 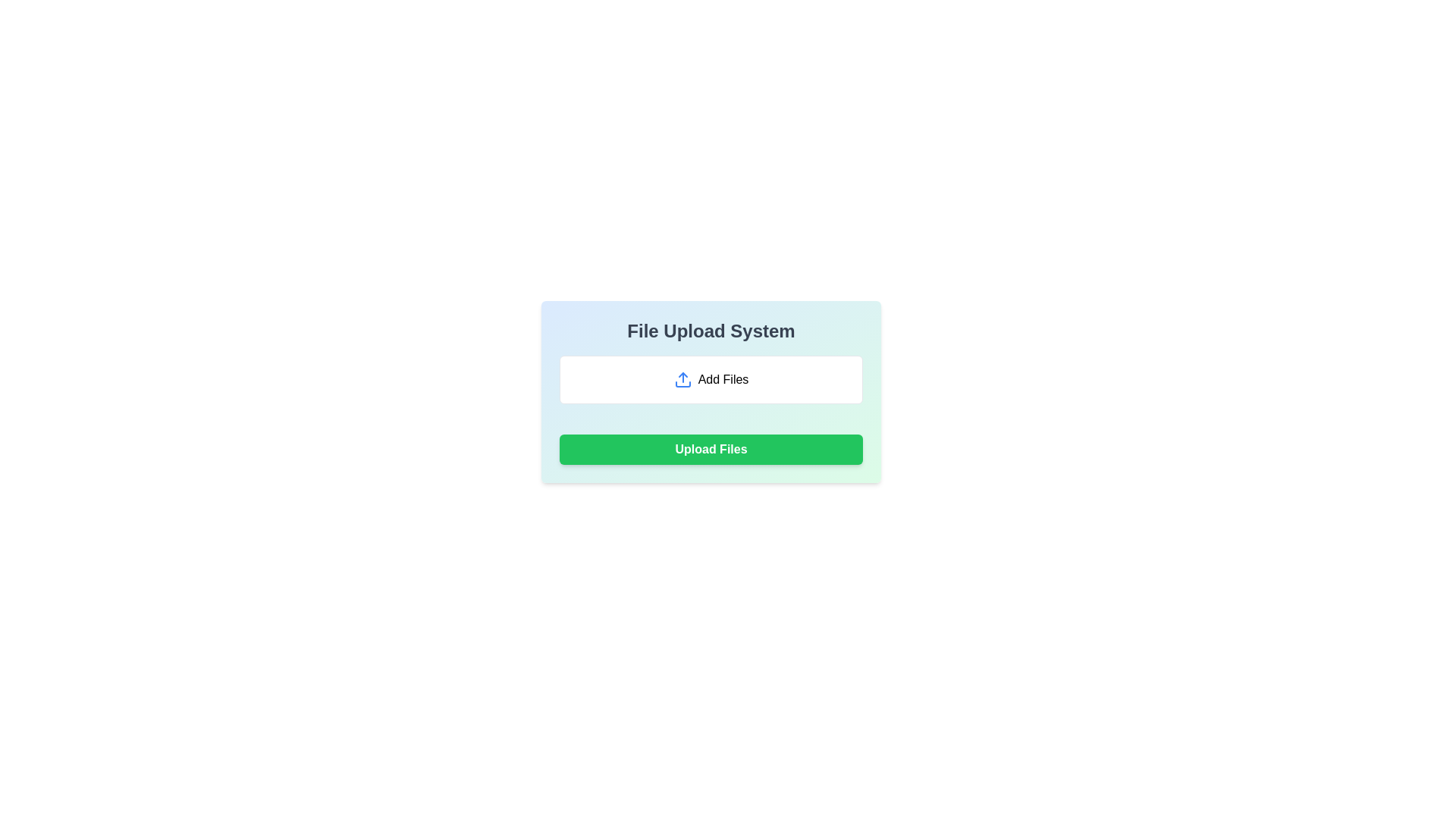 What do you see at coordinates (710, 449) in the screenshot?
I see `the upload button located below the 'Add Files' button` at bounding box center [710, 449].